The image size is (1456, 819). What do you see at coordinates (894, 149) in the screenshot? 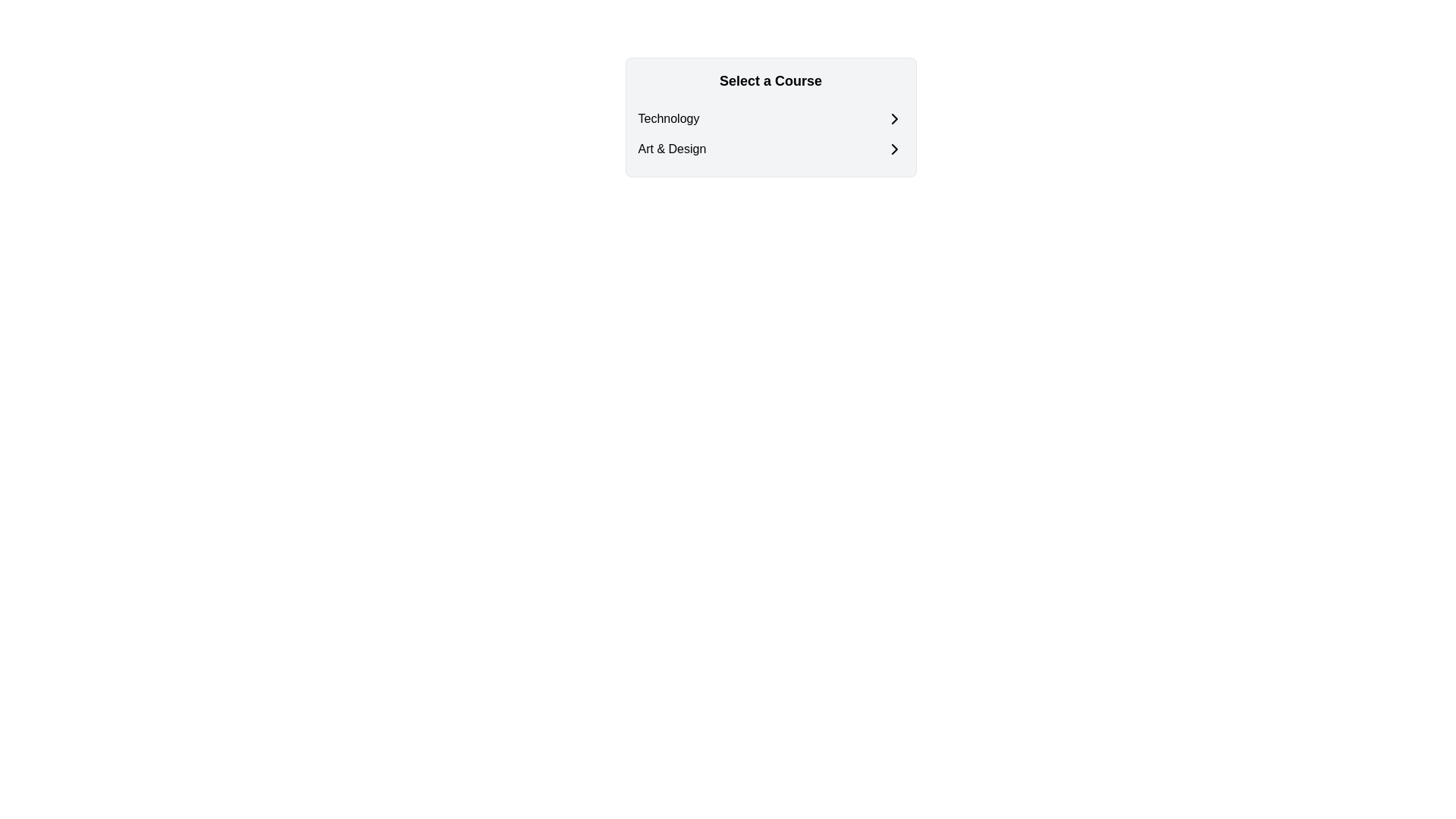
I see `the chevron icon located at the far-right end of the 'Art & Design' button` at bounding box center [894, 149].